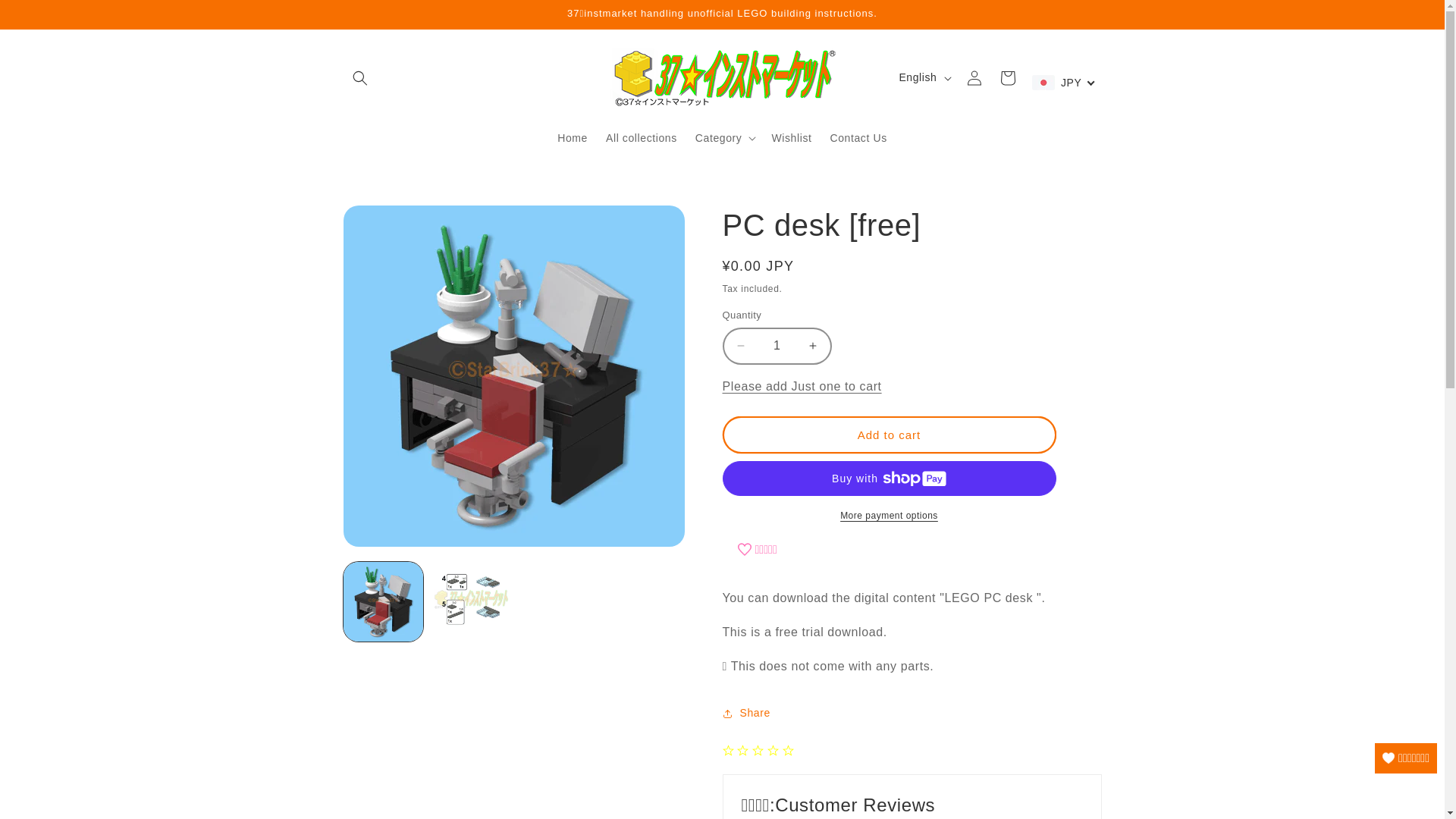  I want to click on 'Wishlist', so click(790, 137).